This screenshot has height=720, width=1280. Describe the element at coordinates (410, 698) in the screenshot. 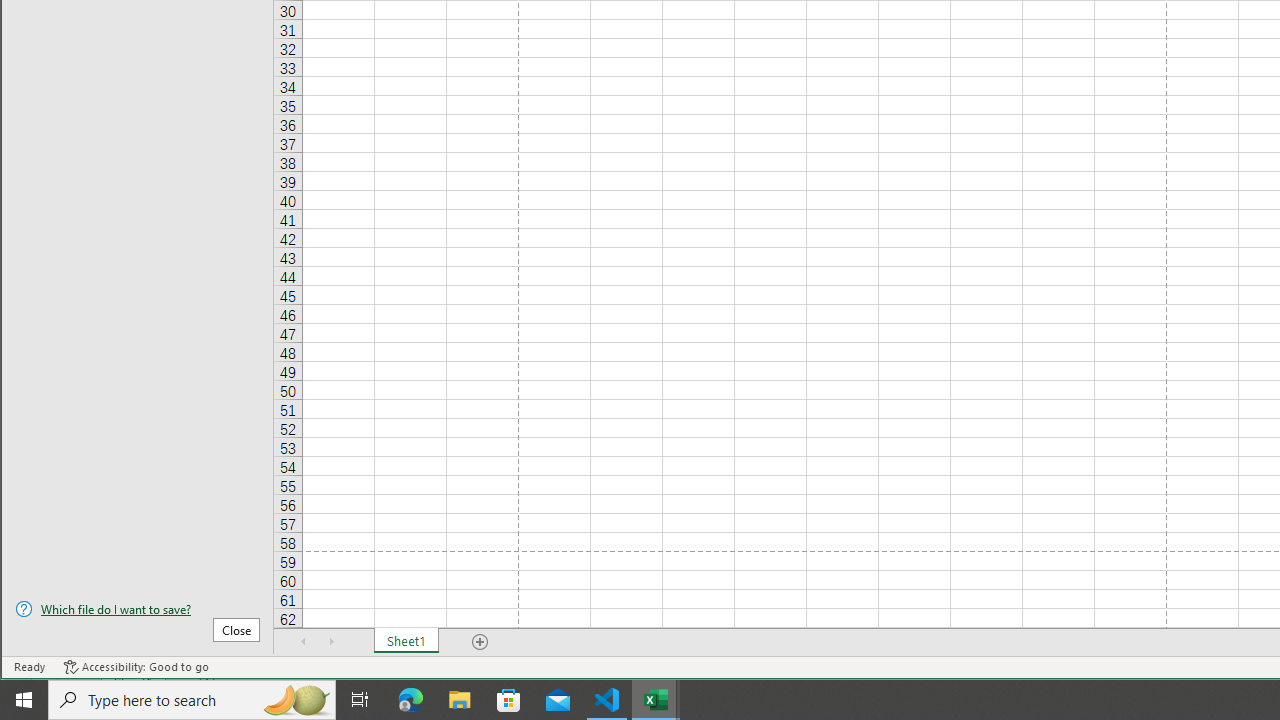

I see `'Microsoft Edge'` at that location.